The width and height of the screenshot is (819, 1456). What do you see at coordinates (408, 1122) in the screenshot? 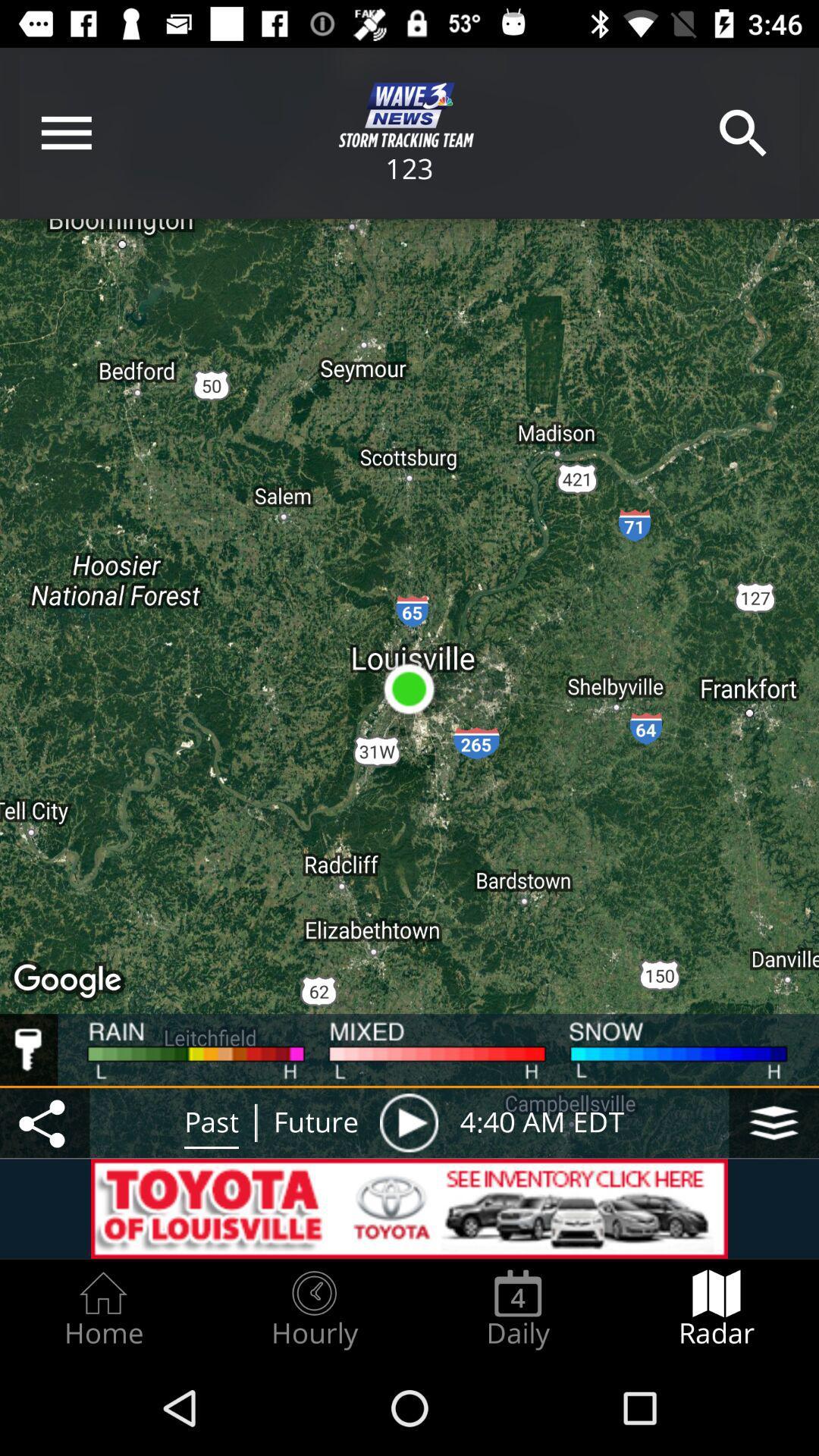
I see `item next to 4 40 am` at bounding box center [408, 1122].